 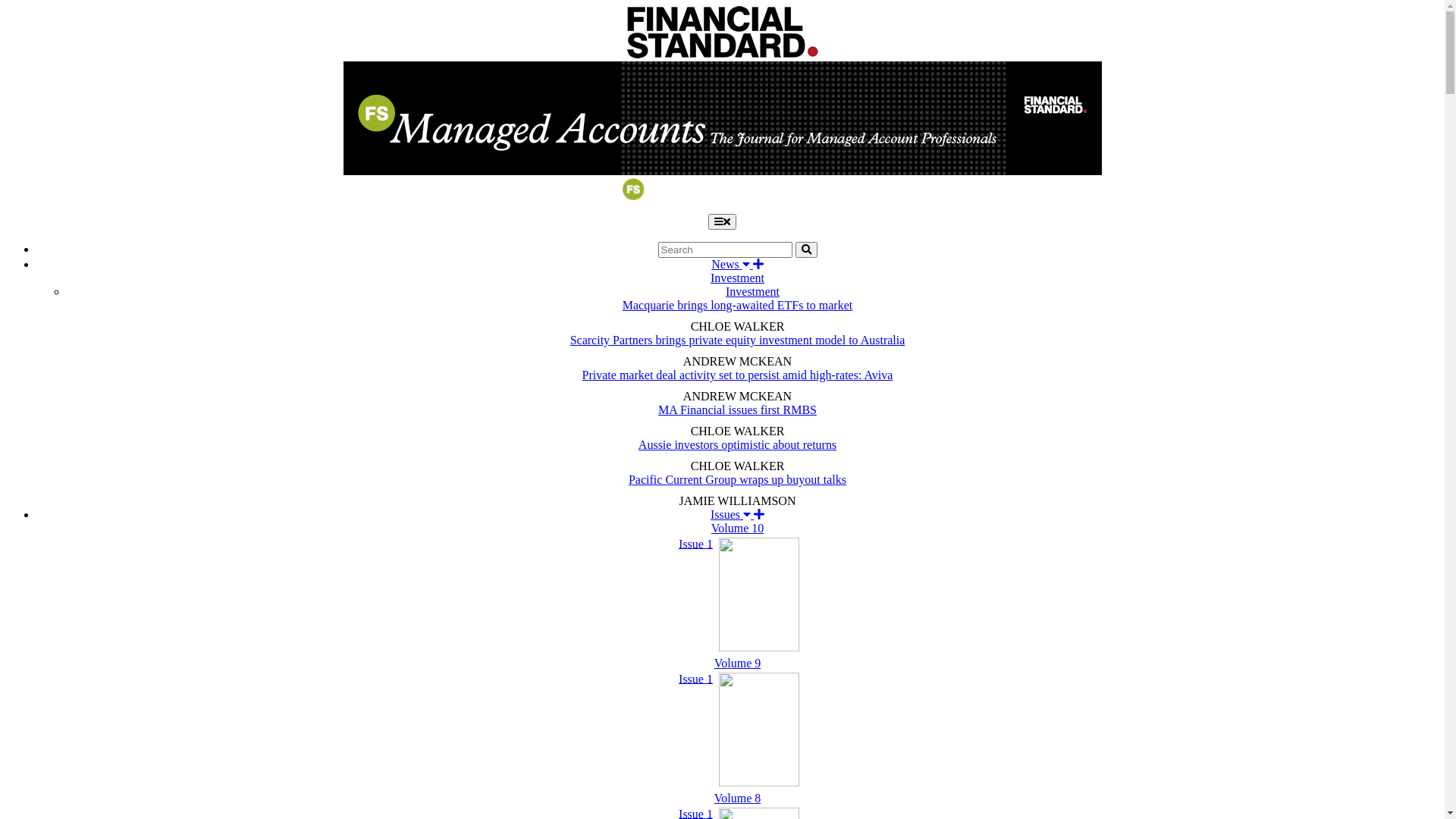 What do you see at coordinates (737, 662) in the screenshot?
I see `'Volume 9'` at bounding box center [737, 662].